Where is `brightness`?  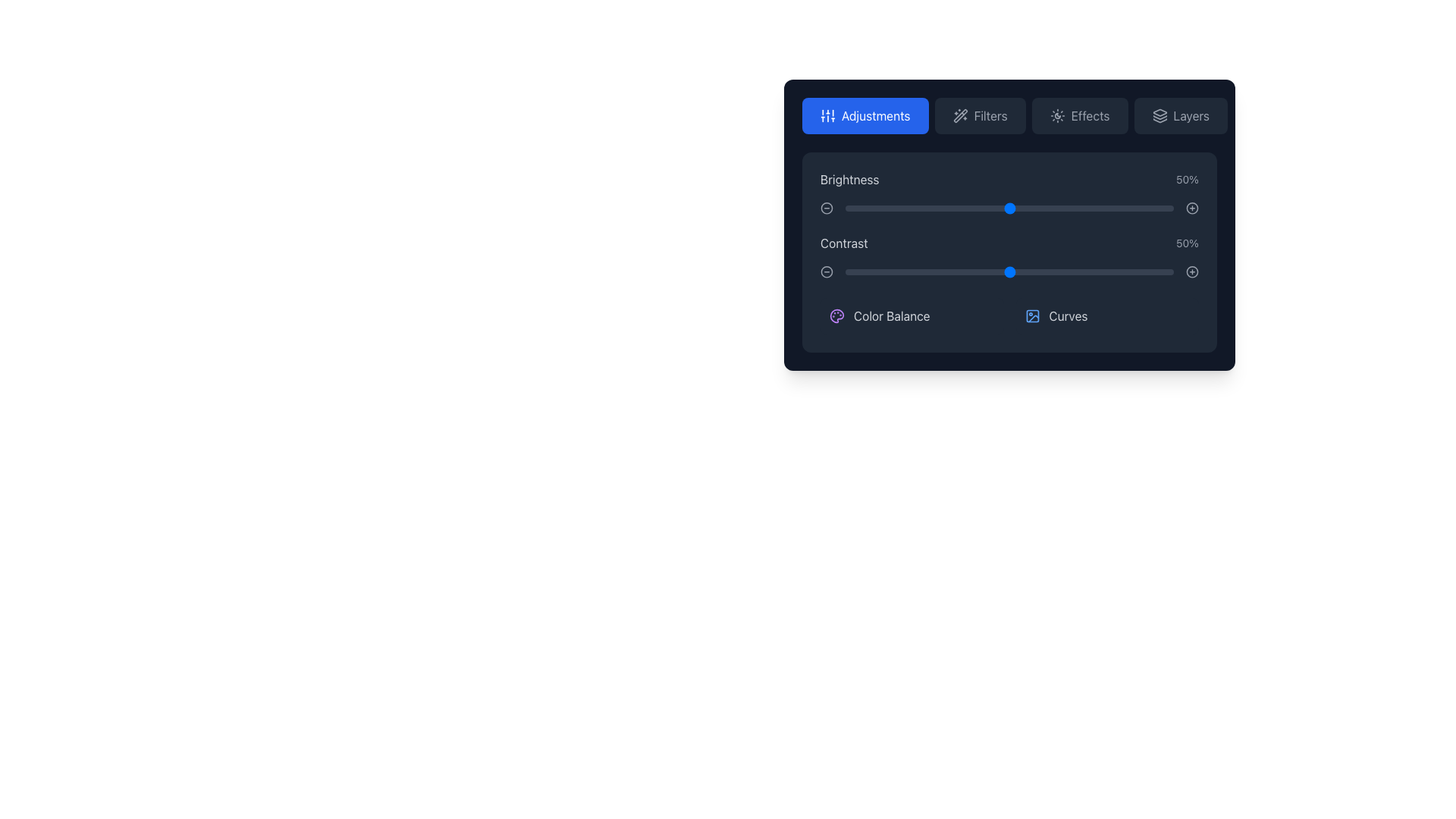
brightness is located at coordinates (955, 208).